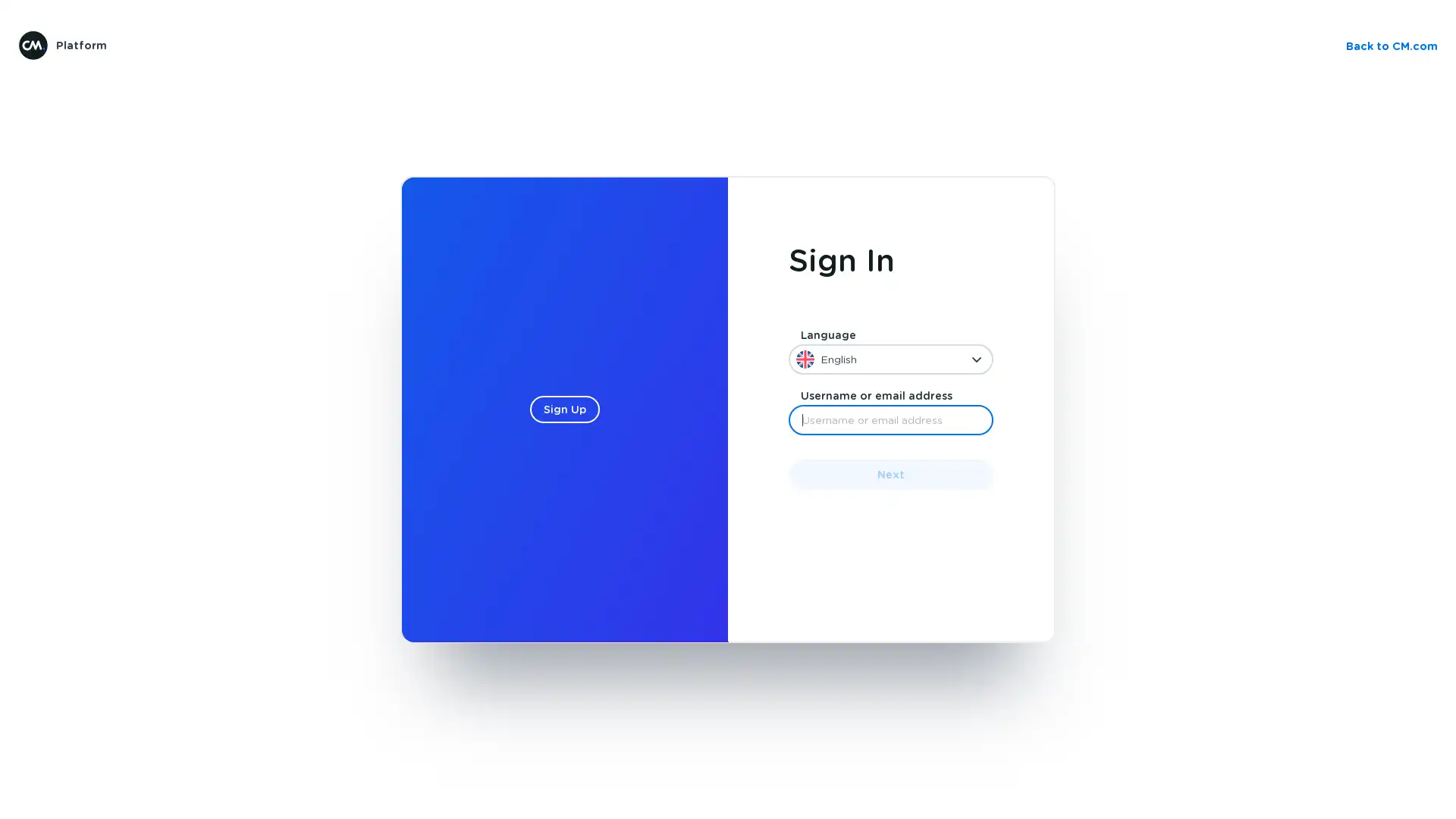 The width and height of the screenshot is (1456, 819). Describe the element at coordinates (891, 473) in the screenshot. I see `Next` at that location.